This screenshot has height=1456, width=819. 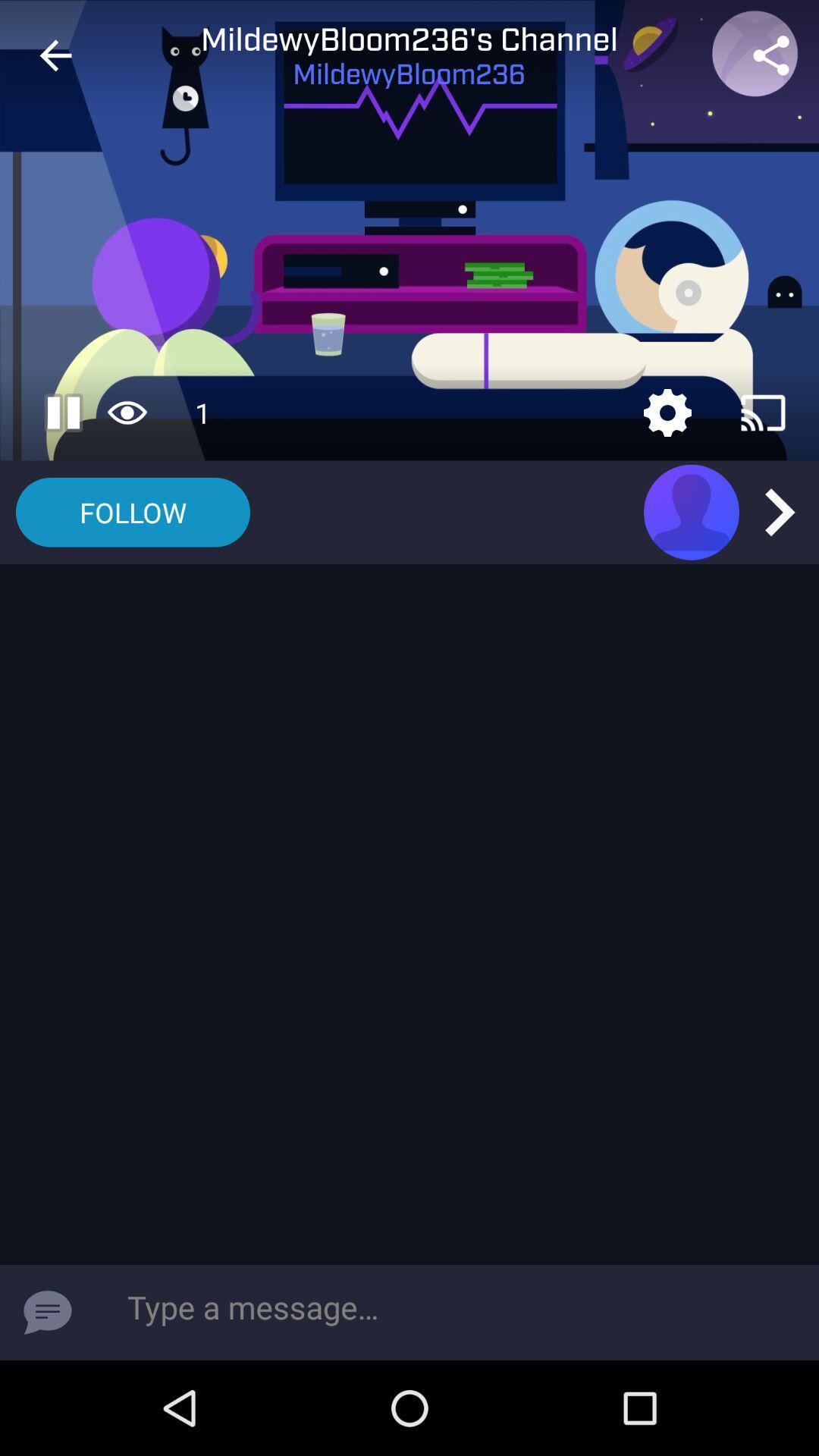 I want to click on message, so click(x=46, y=1312).